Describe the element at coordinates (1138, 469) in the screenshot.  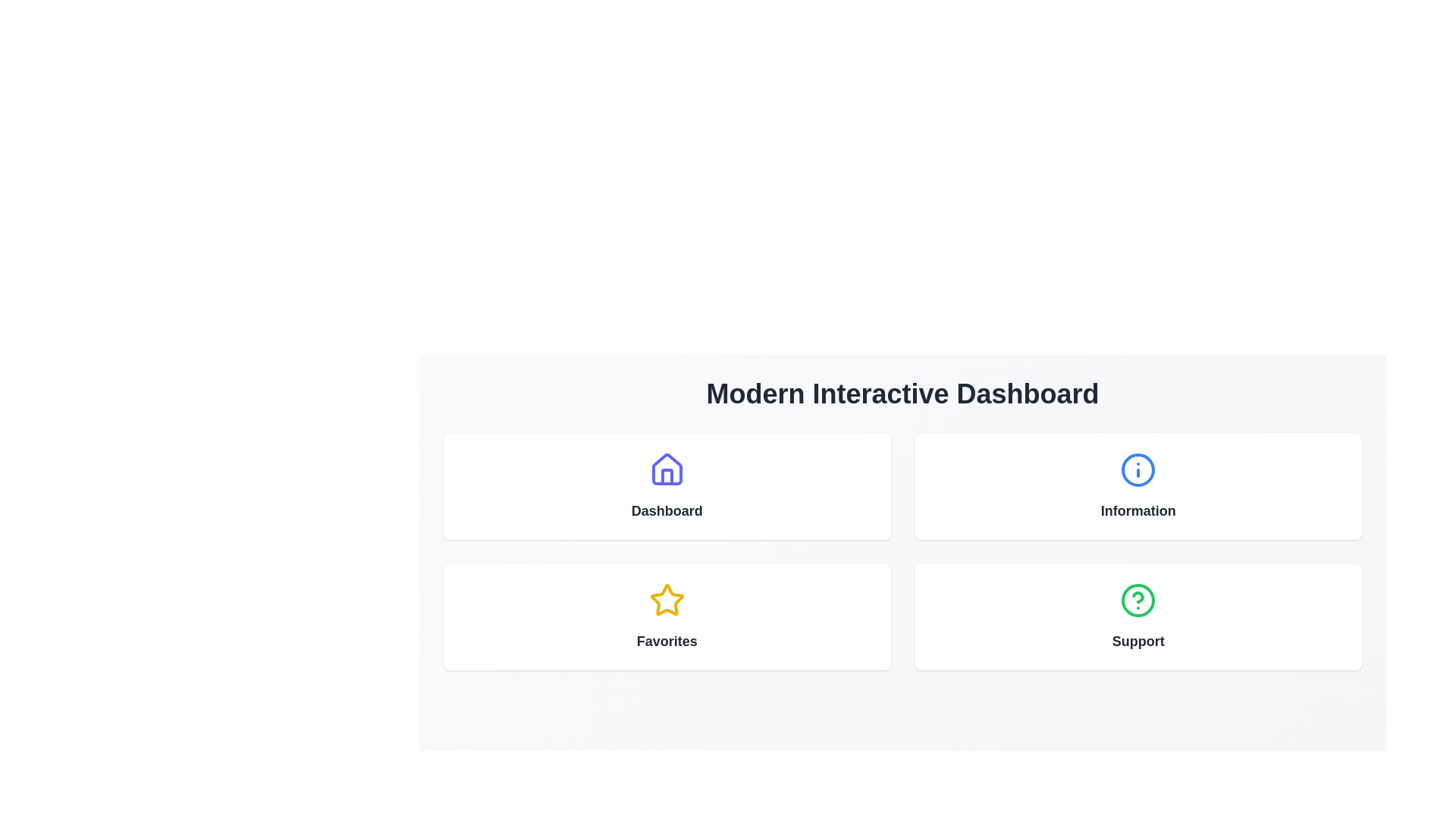
I see `the 'Information' icon, which serves as a visual indicator for details and instructions related to the dashboard functionality, located in the top-right quadrant of the interface` at that location.